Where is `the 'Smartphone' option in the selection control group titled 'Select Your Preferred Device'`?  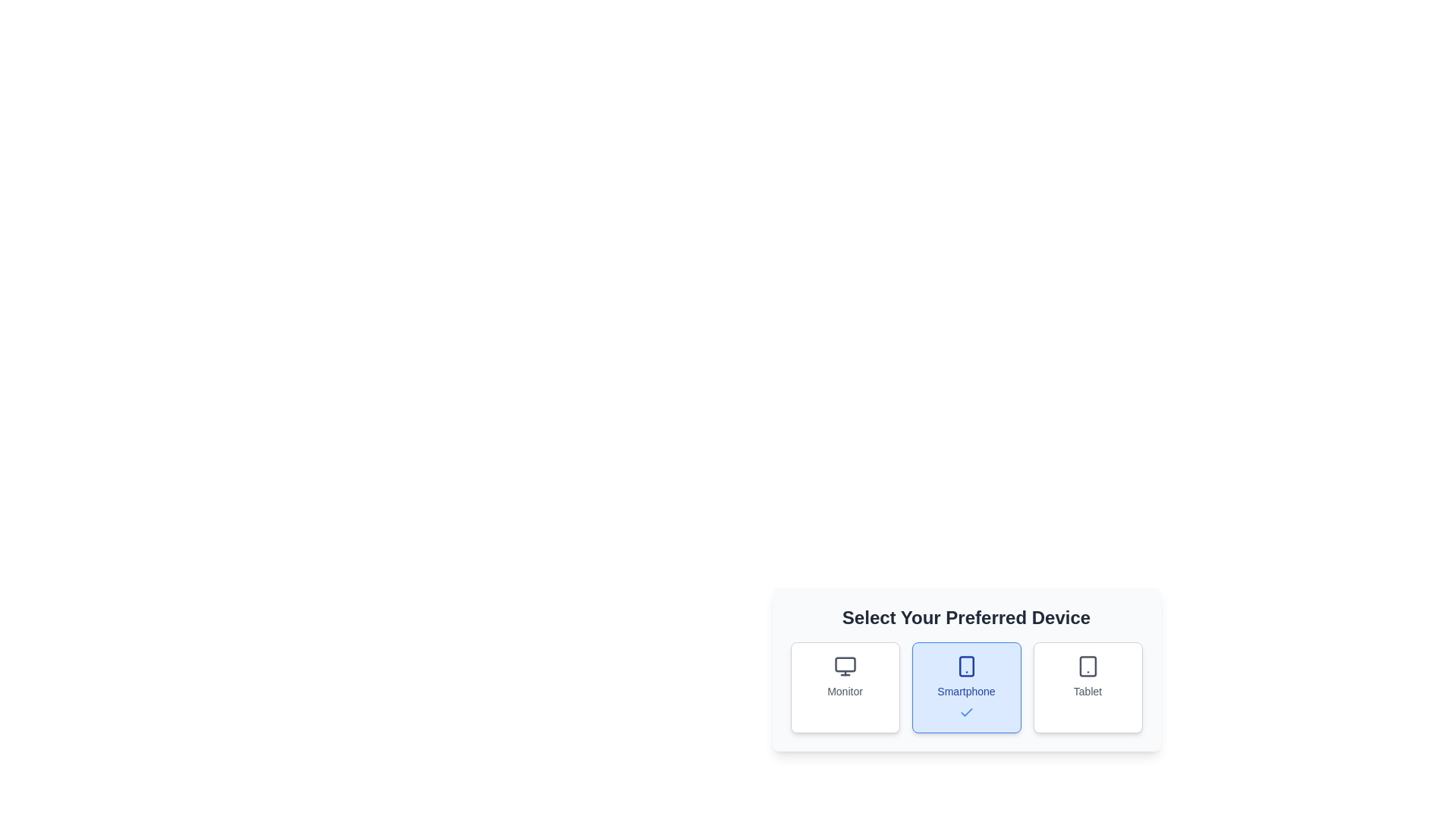
the 'Smartphone' option in the selection control group titled 'Select Your Preferred Device' is located at coordinates (965, 691).